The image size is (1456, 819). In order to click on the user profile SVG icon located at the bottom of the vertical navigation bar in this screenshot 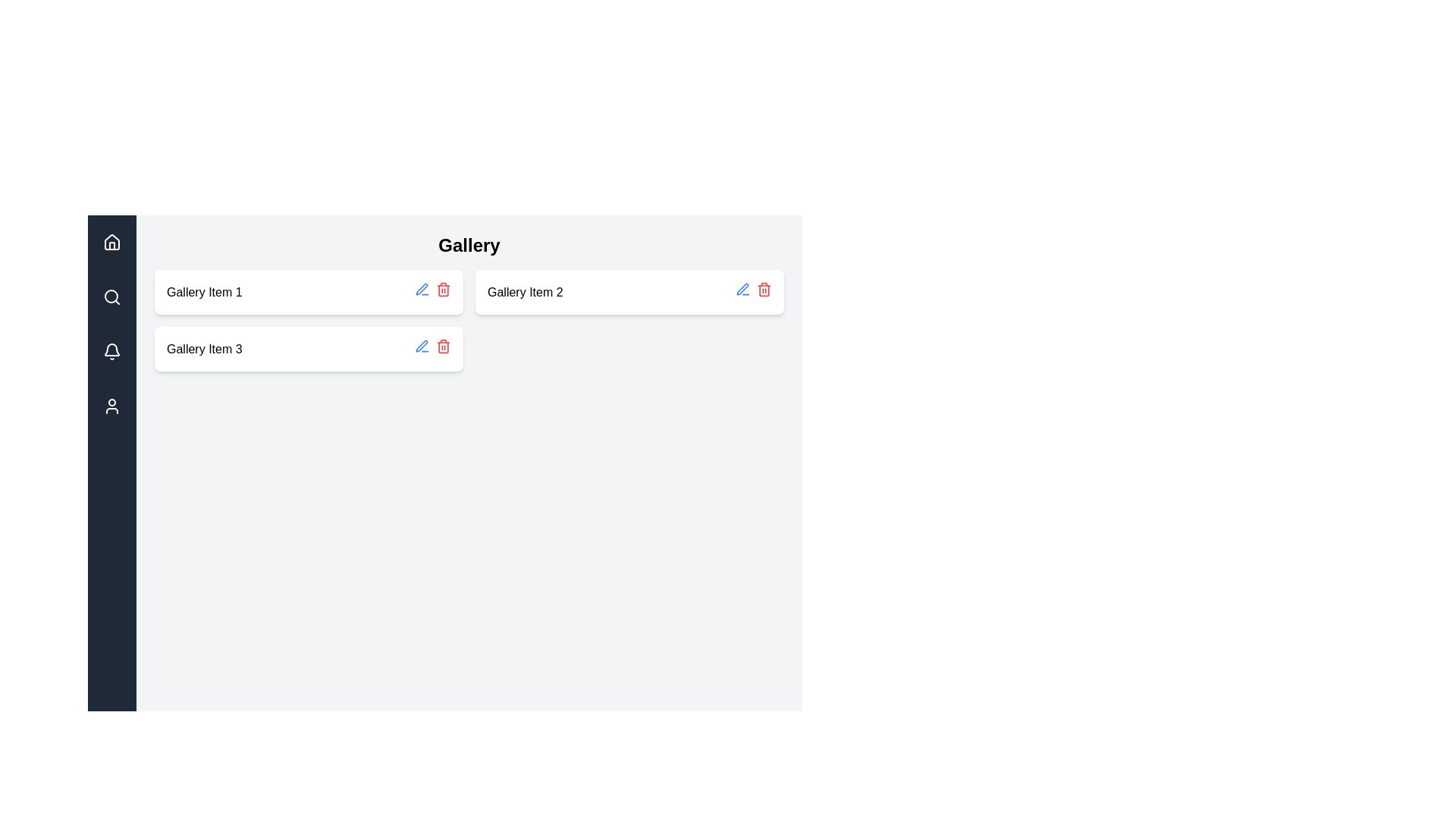, I will do `click(111, 406)`.